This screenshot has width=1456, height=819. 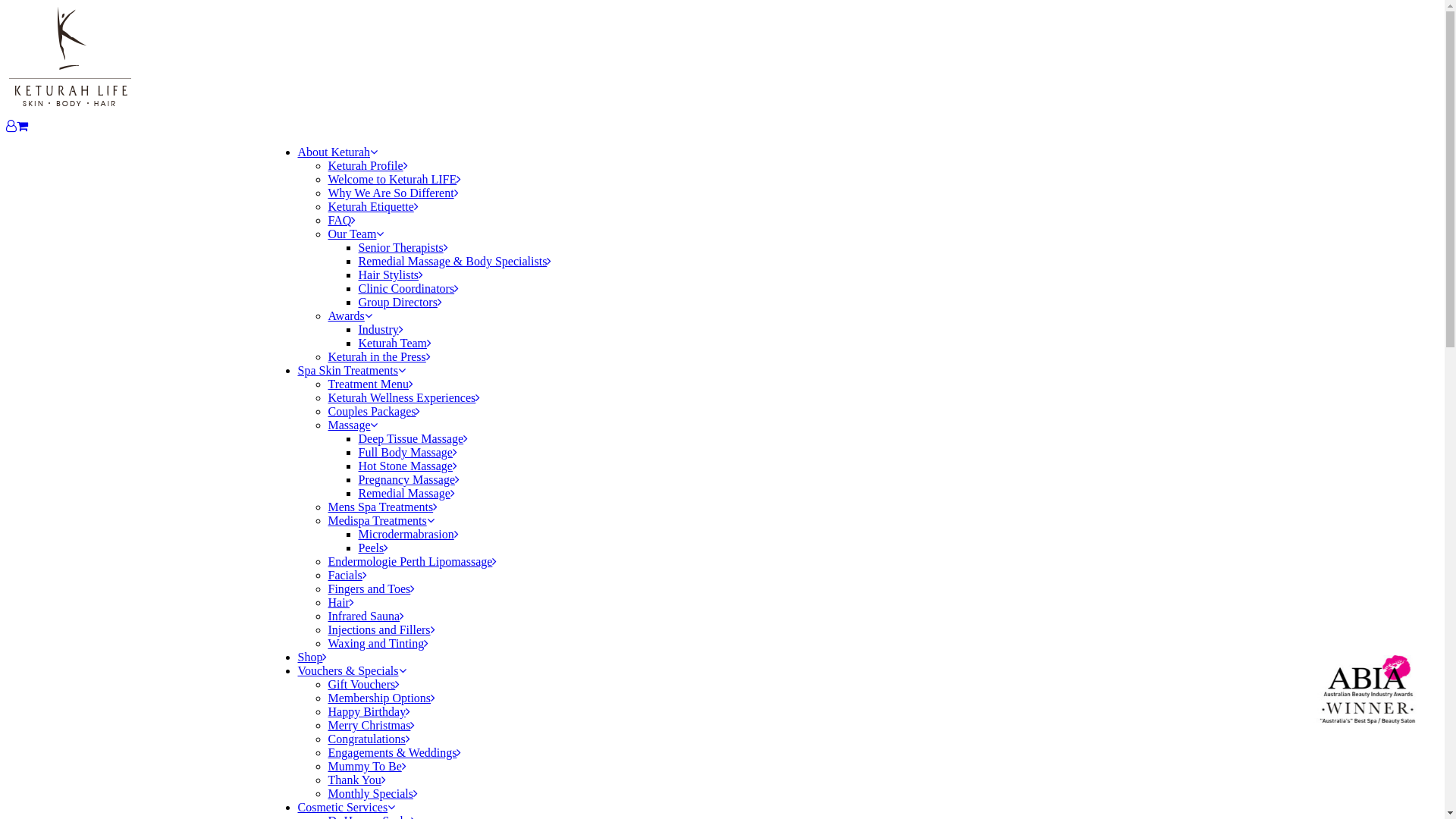 I want to click on 'Pregnancy Massage', so click(x=408, y=479).